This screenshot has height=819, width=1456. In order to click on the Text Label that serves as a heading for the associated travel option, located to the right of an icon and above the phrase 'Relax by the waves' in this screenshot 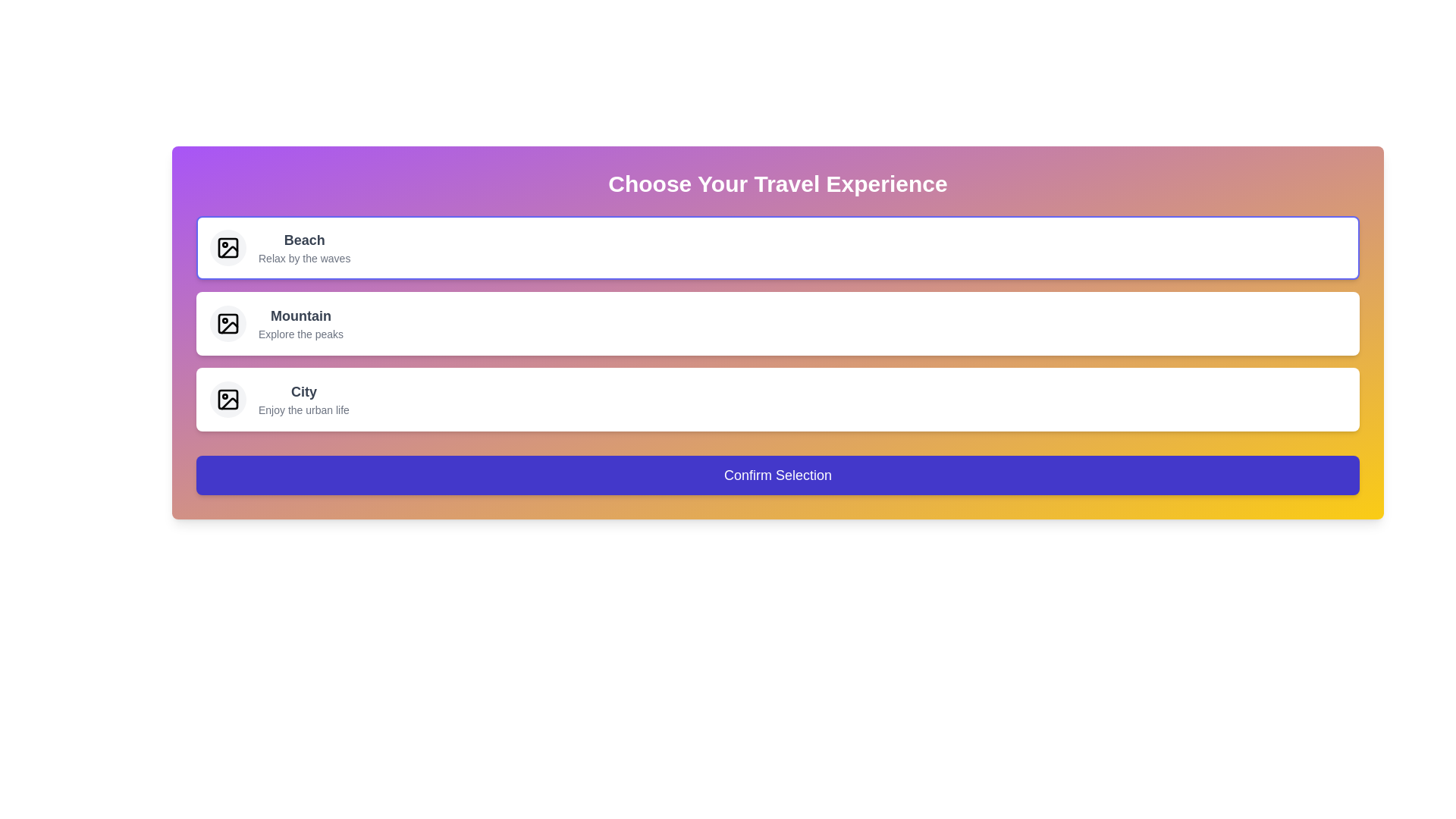, I will do `click(303, 239)`.